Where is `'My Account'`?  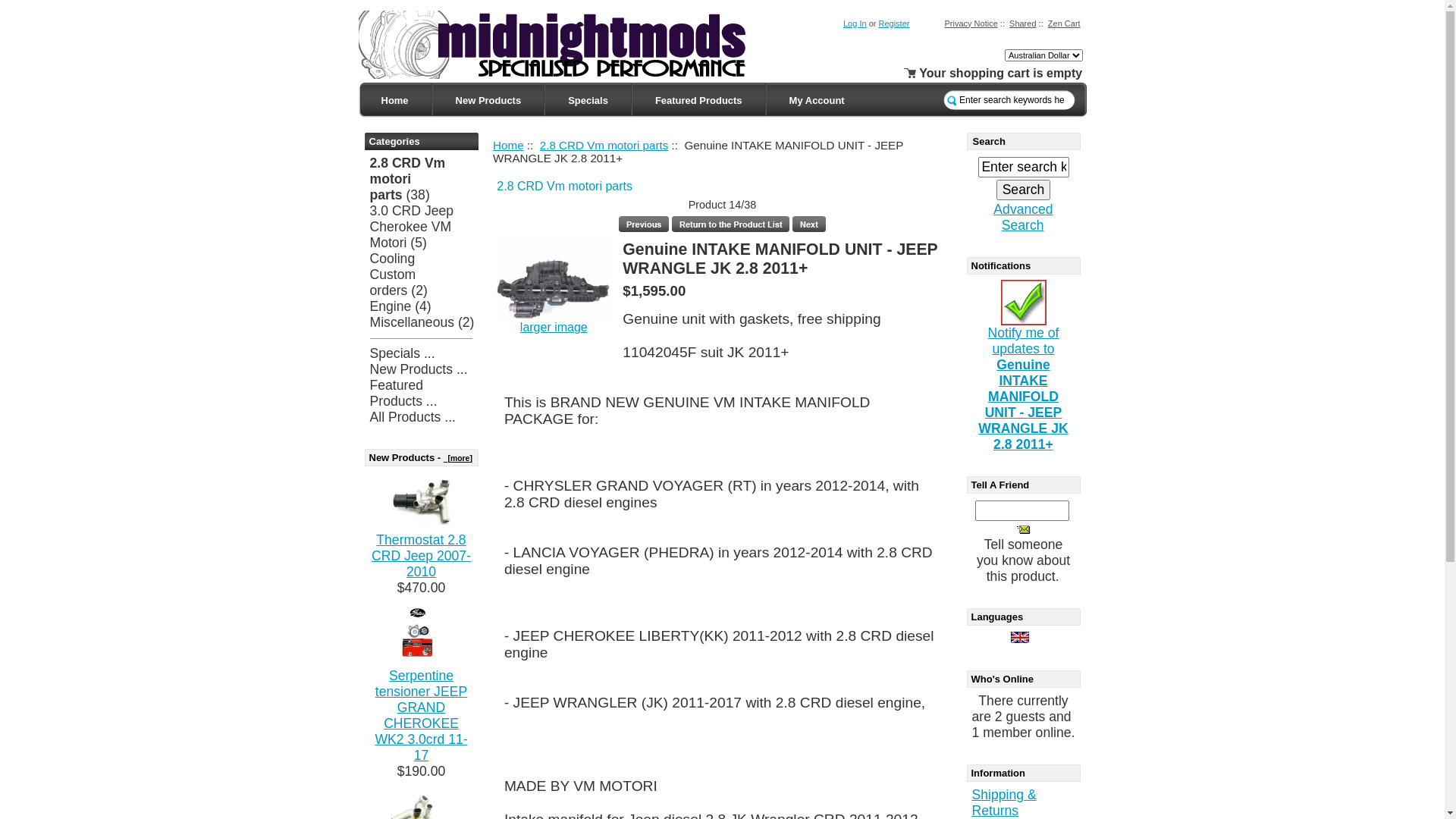 'My Account' is located at coordinates (816, 100).